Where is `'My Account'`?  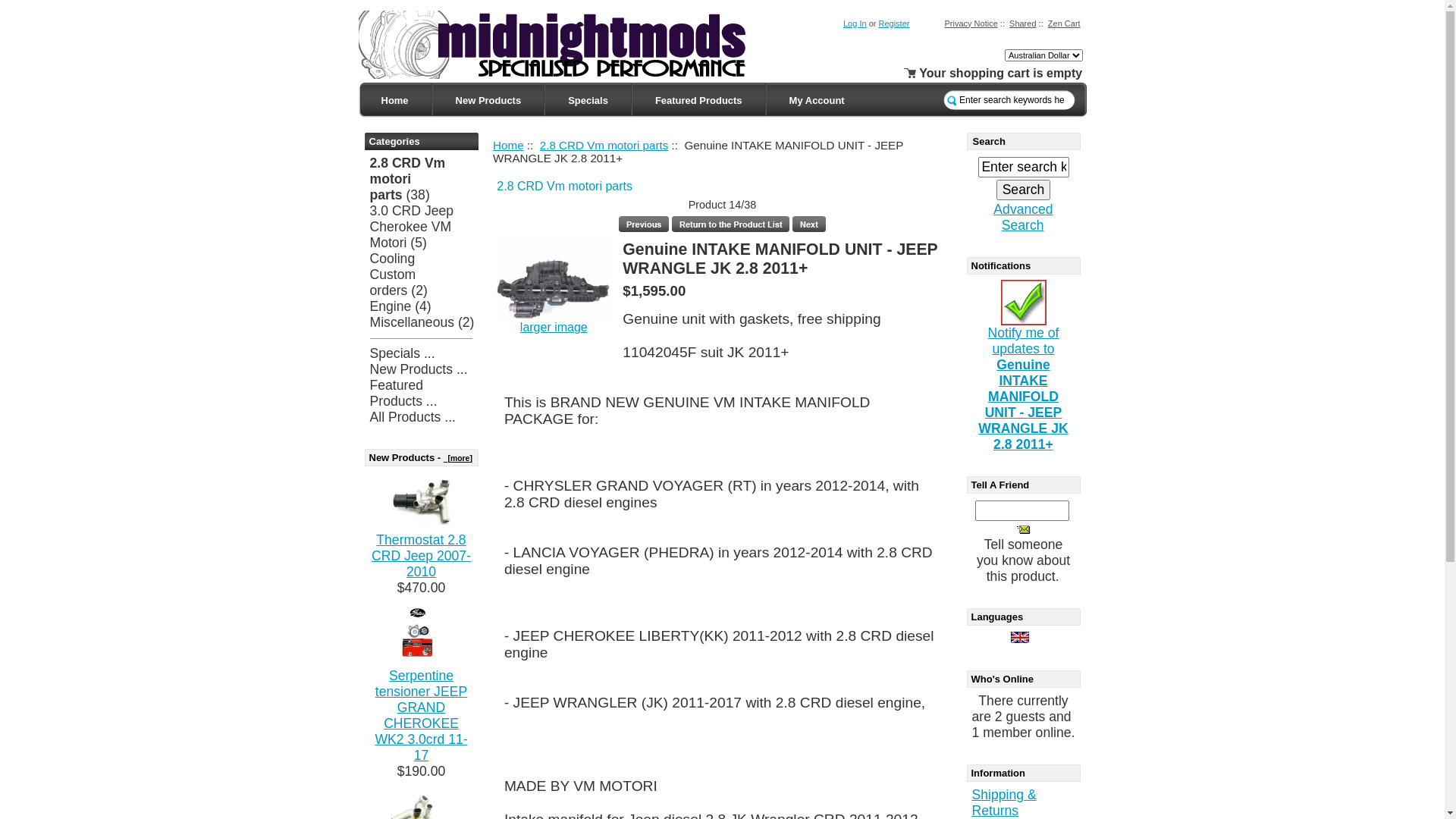 'My Account' is located at coordinates (816, 100).